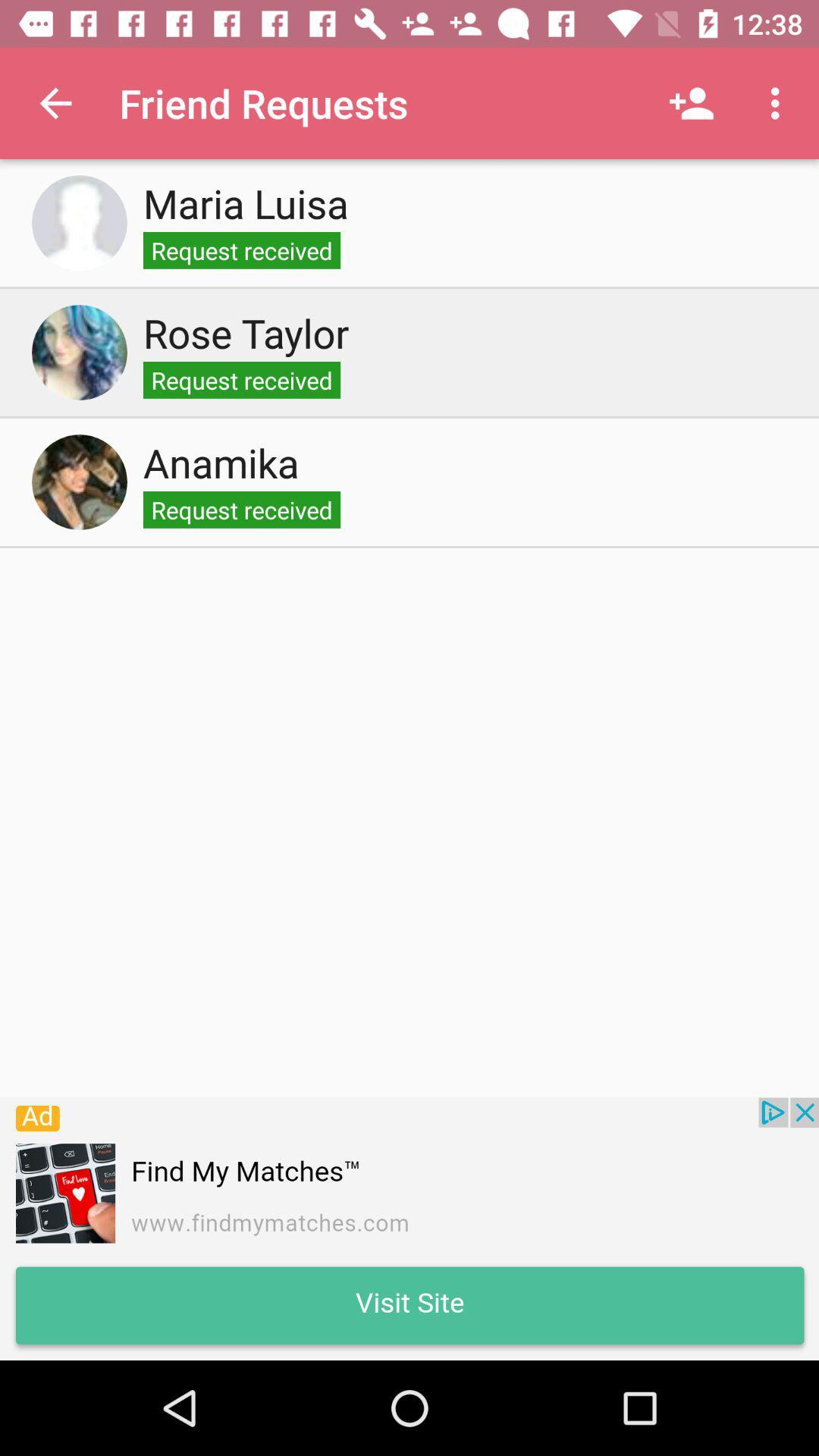  What do you see at coordinates (409, 1228) in the screenshot?
I see `open advertisement` at bounding box center [409, 1228].